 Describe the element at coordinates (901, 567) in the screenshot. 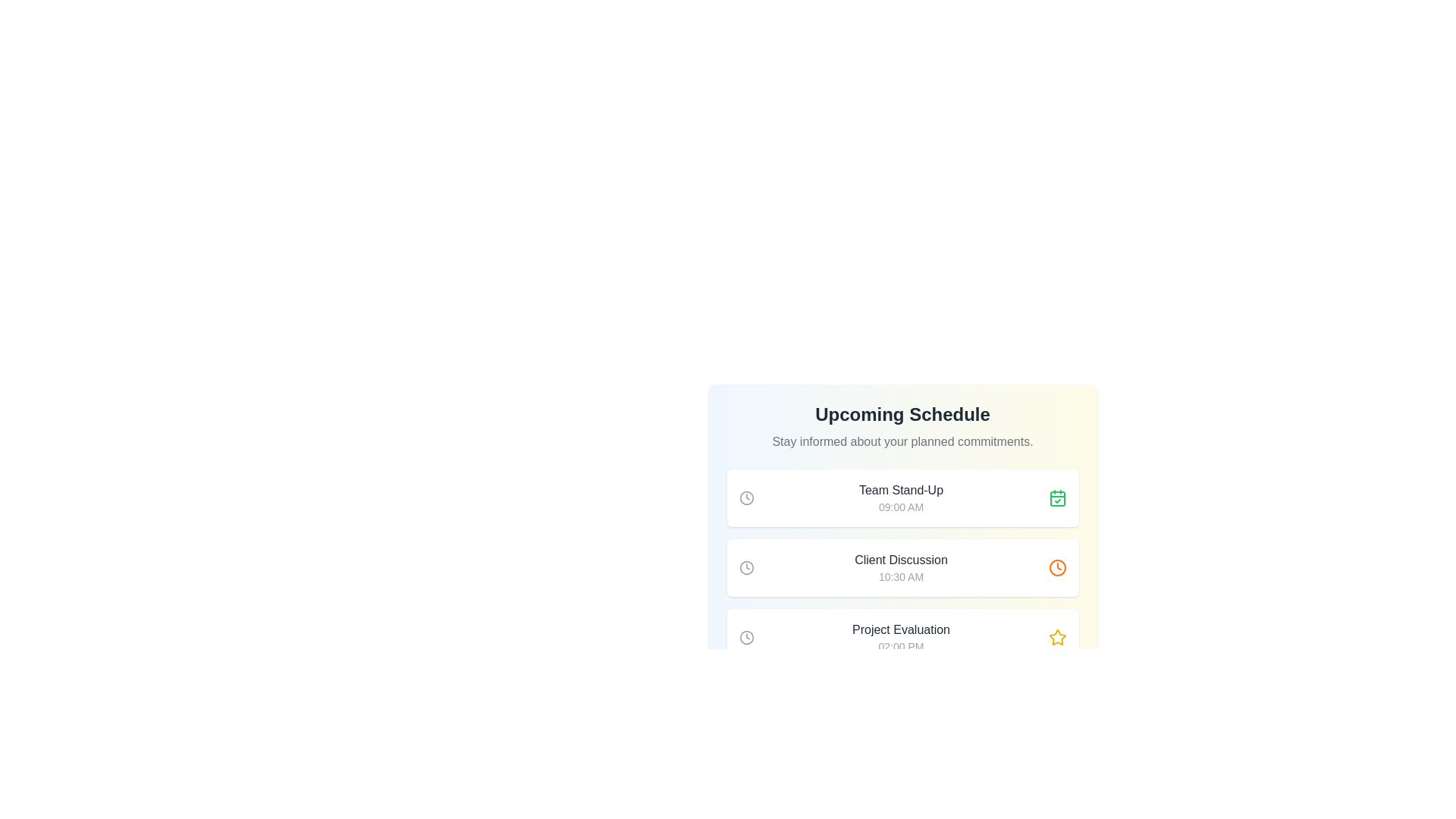

I see `the second card in the 'Upcoming Schedule' section that displays the event or task title and scheduled time, located centrally in the interface` at that location.